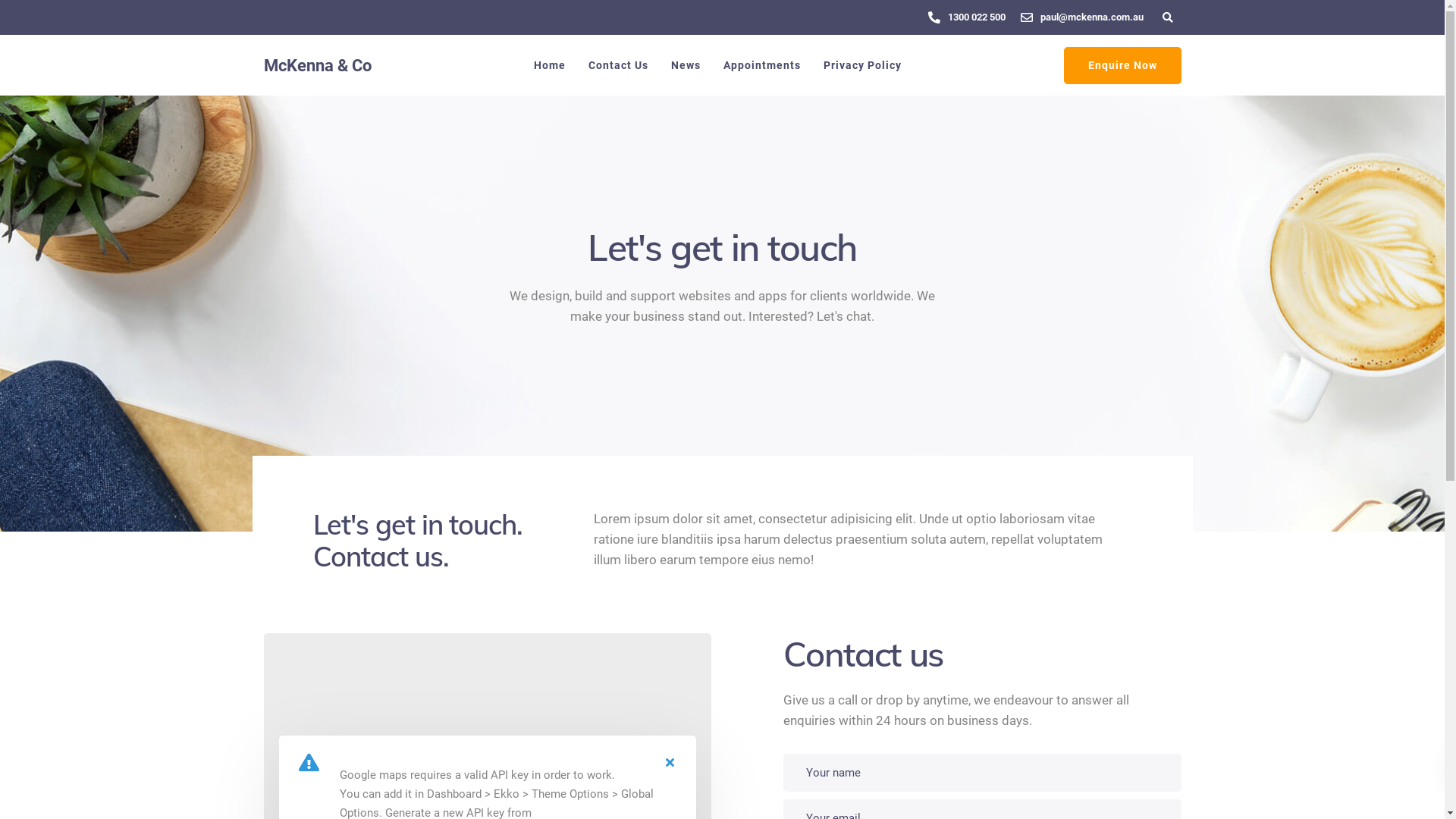 The height and width of the screenshot is (819, 1456). I want to click on 'McKenna & Co', so click(316, 64).